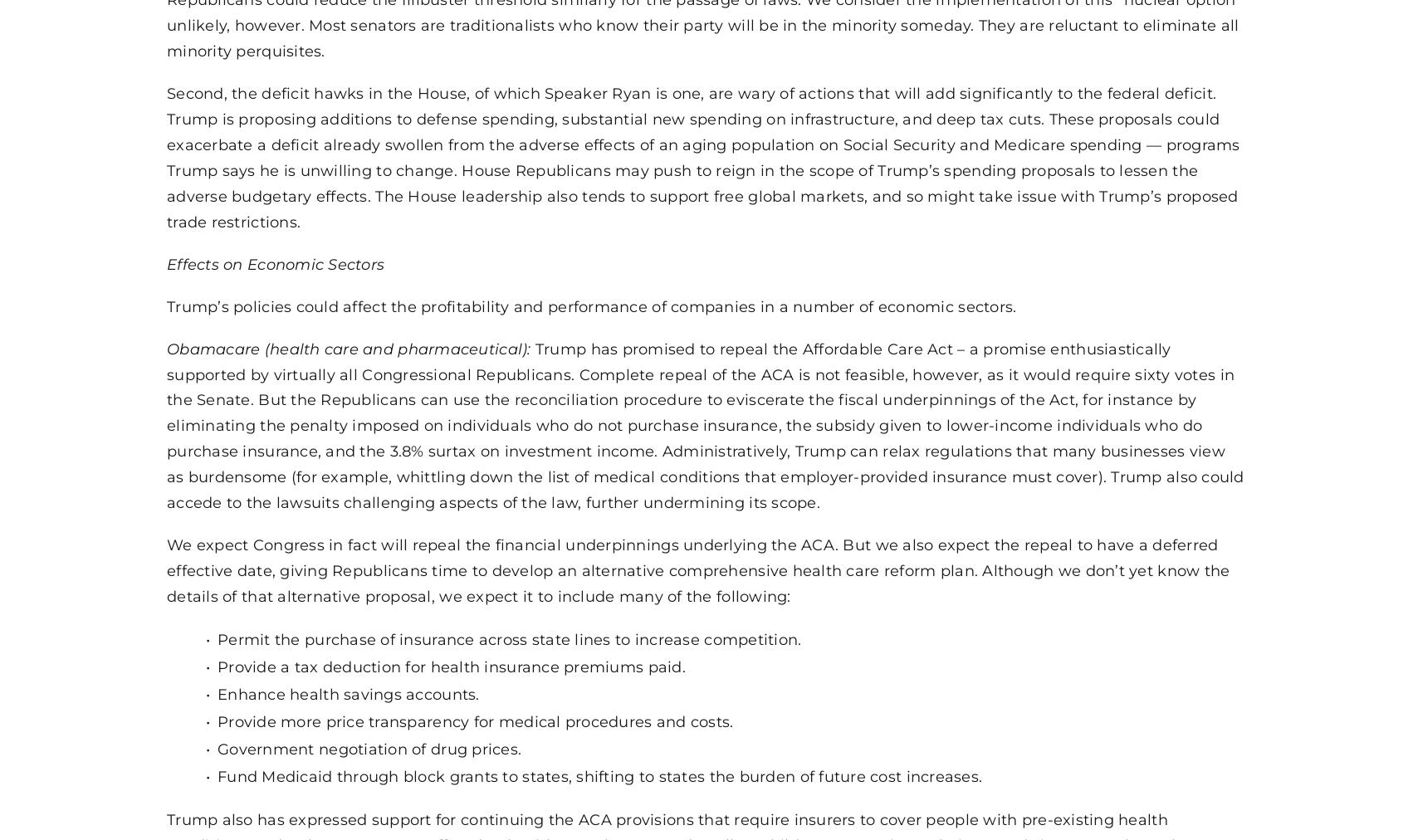 This screenshot has height=840, width=1413. What do you see at coordinates (475, 719) in the screenshot?
I see `'Provide more price transparency for medical procedures and costs.'` at bounding box center [475, 719].